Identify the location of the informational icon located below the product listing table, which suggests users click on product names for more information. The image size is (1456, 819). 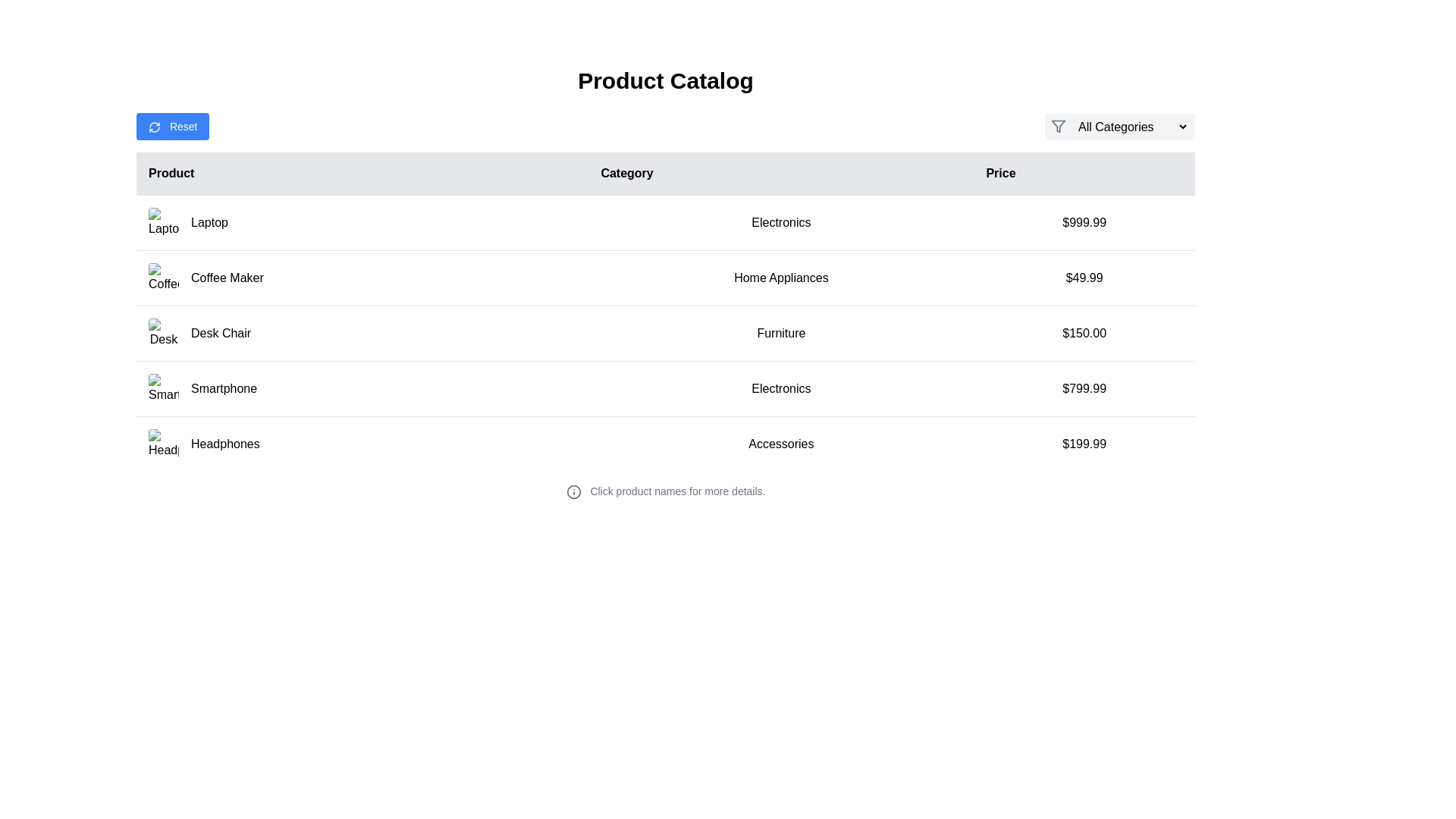
(666, 491).